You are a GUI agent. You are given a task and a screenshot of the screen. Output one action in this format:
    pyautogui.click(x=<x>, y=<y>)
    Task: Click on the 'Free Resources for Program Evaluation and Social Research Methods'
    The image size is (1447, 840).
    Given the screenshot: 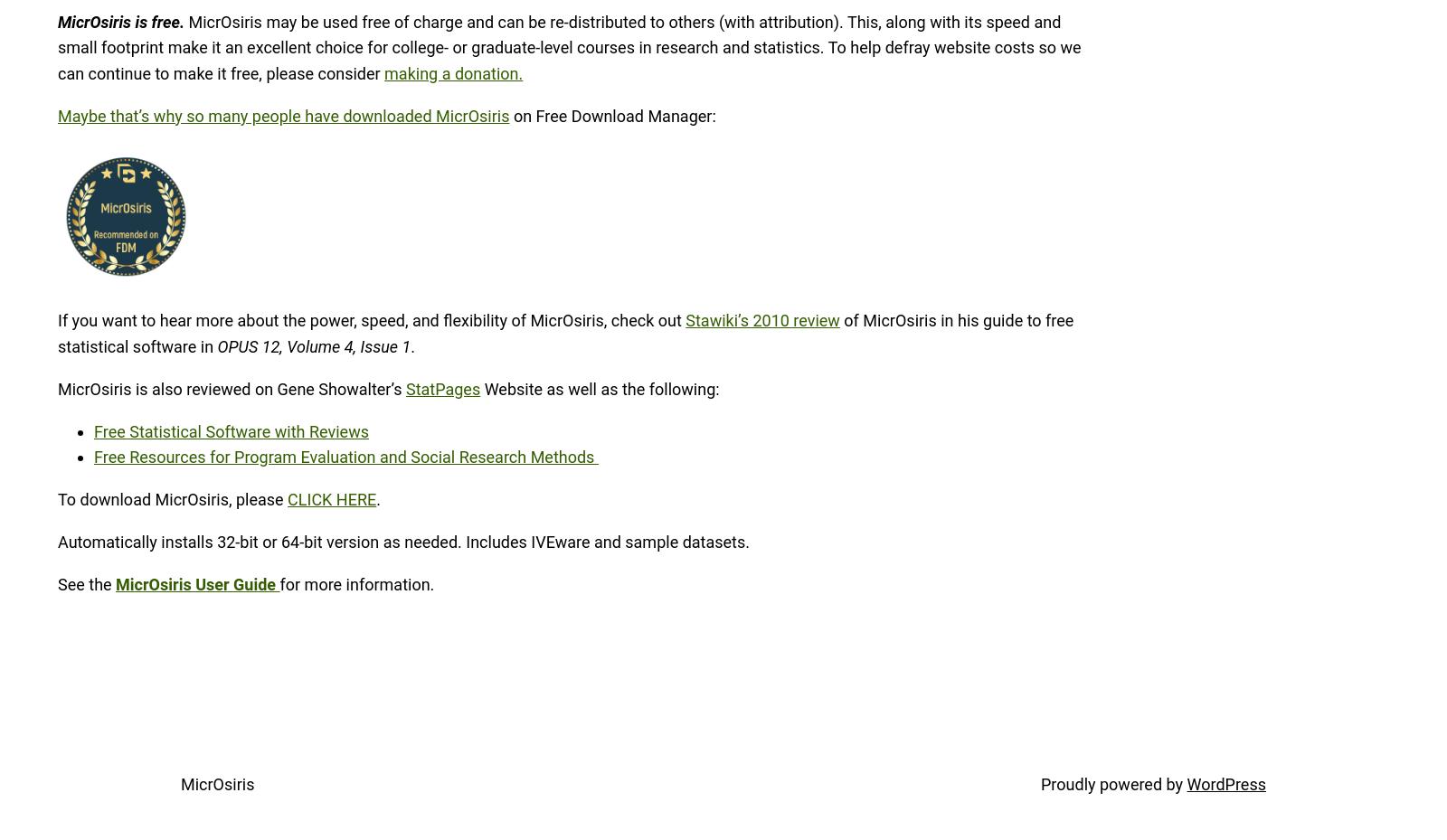 What is the action you would take?
    pyautogui.click(x=345, y=457)
    